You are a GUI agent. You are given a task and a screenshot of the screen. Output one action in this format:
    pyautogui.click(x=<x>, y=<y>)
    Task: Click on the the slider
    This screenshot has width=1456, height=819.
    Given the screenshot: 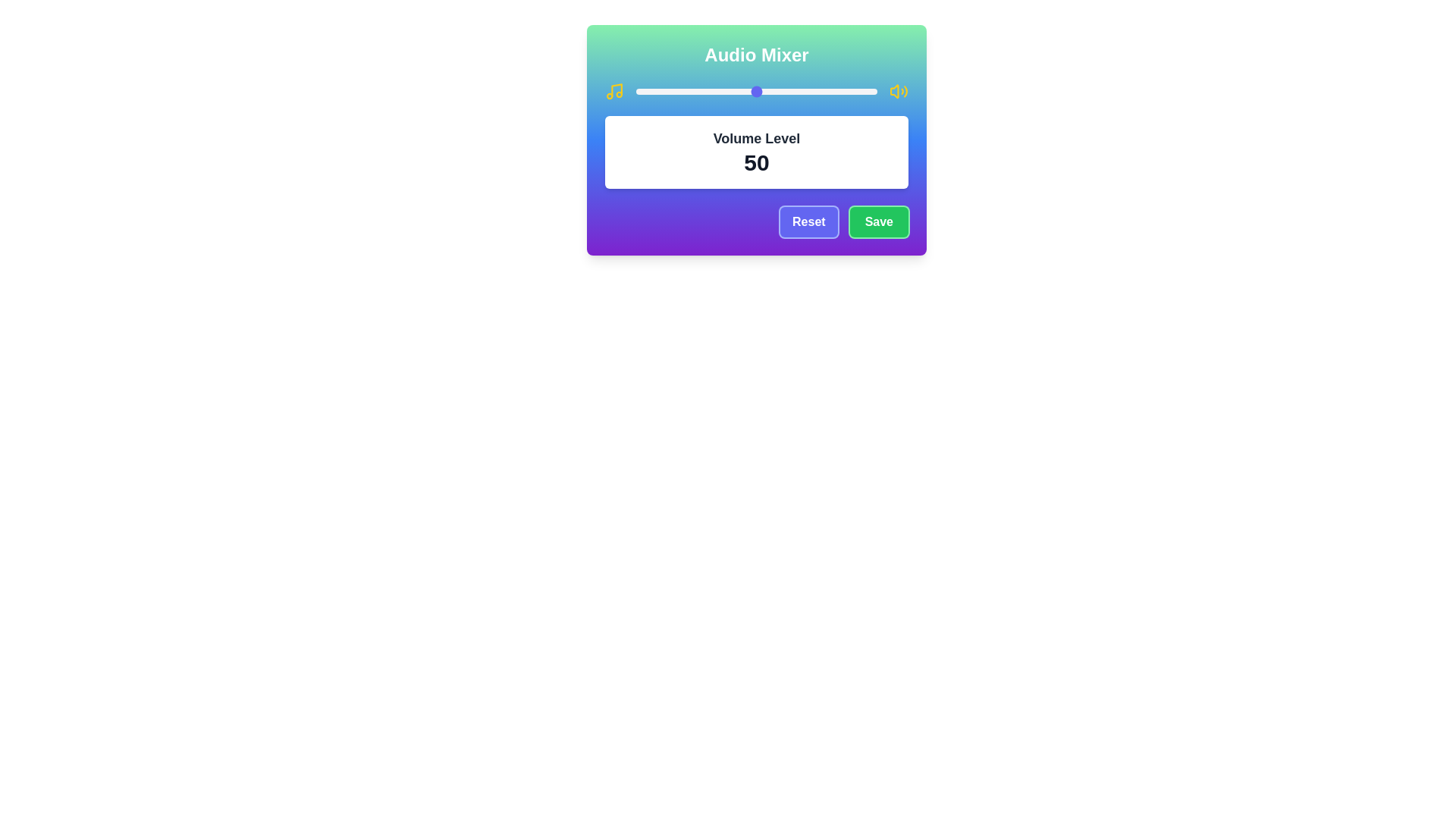 What is the action you would take?
    pyautogui.click(x=724, y=91)
    